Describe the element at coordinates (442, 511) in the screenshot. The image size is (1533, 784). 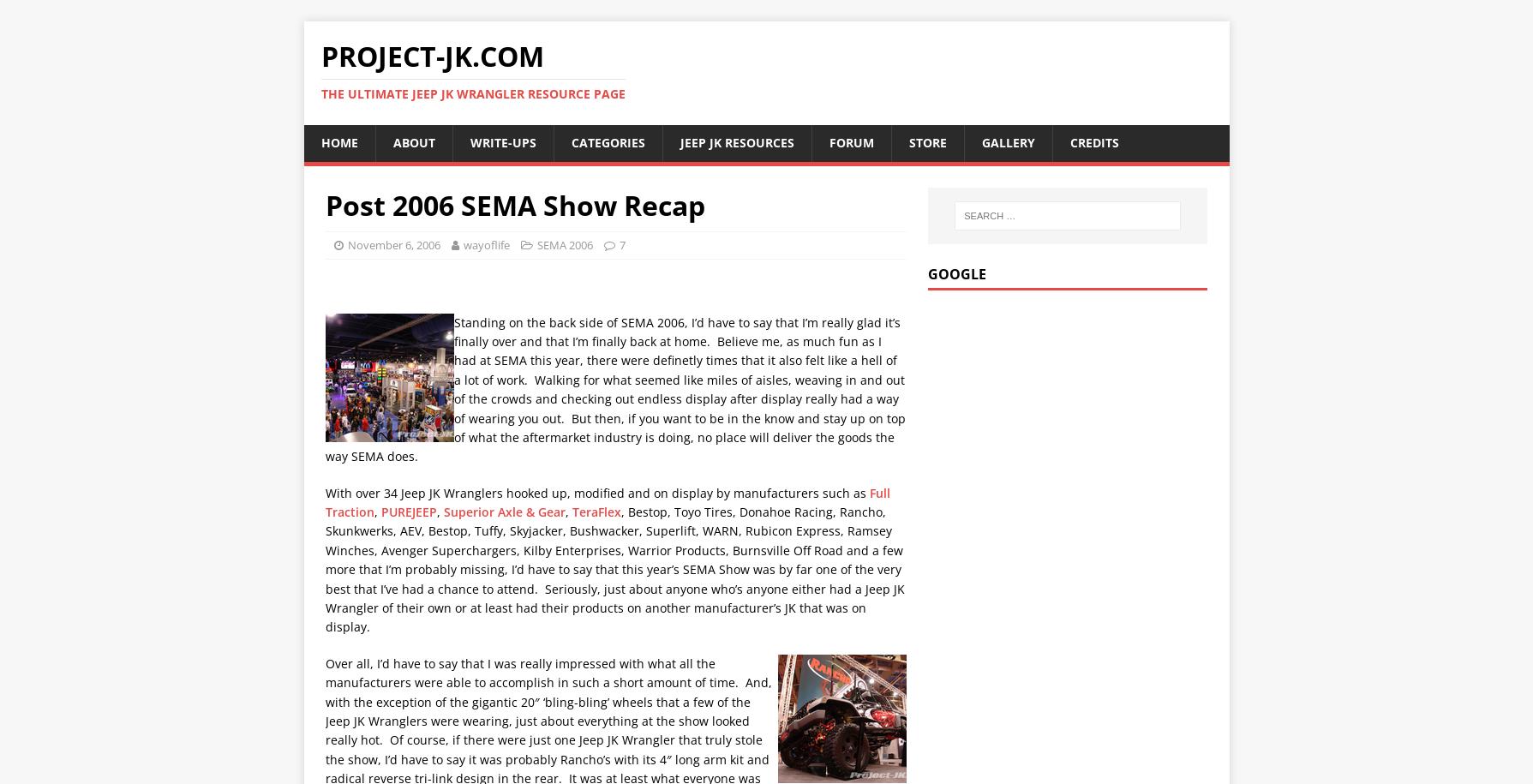
I see `'Superior Axle & Gear'` at that location.